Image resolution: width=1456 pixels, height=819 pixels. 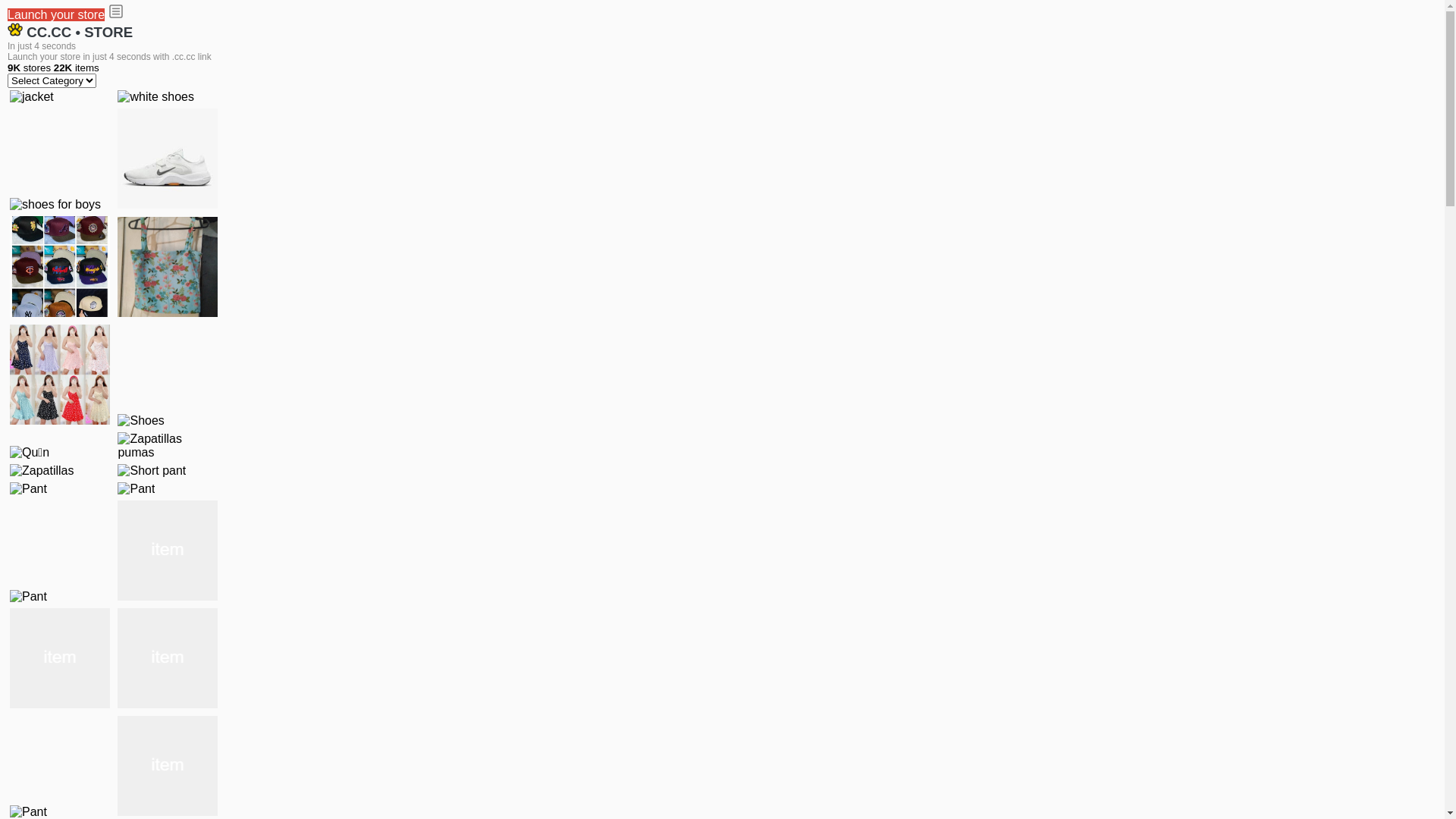 I want to click on 'Pant', so click(x=167, y=657).